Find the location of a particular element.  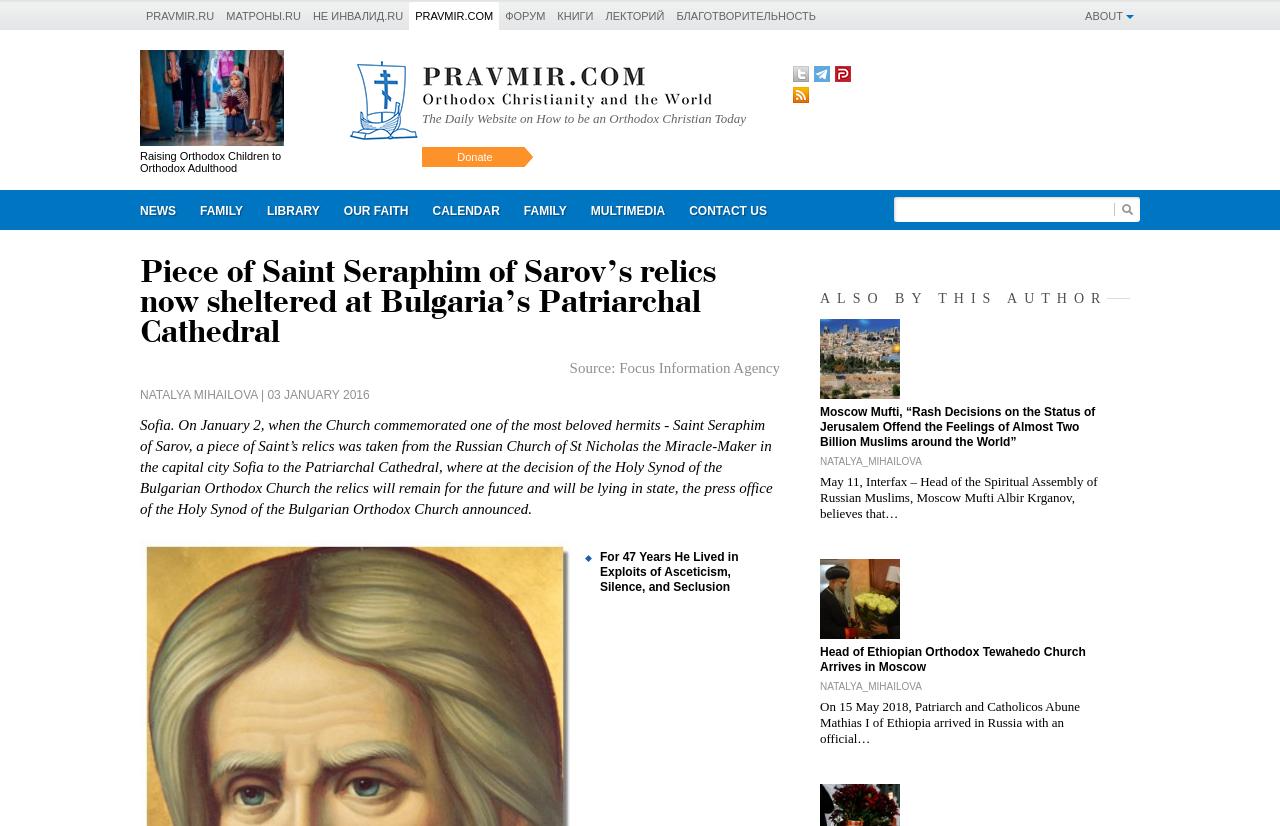

'About' is located at coordinates (1103, 16).